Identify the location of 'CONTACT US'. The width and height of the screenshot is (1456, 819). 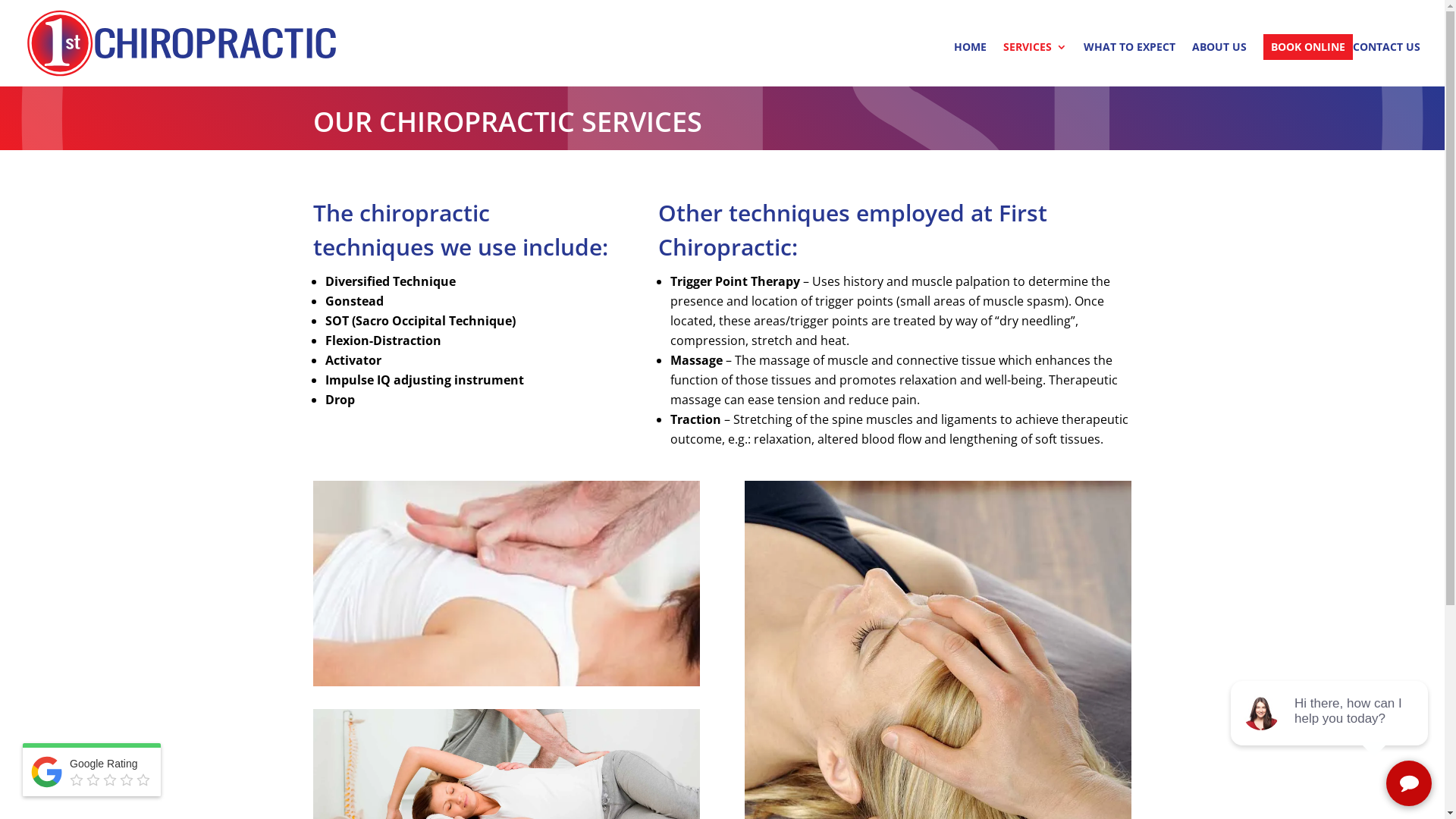
(1386, 63).